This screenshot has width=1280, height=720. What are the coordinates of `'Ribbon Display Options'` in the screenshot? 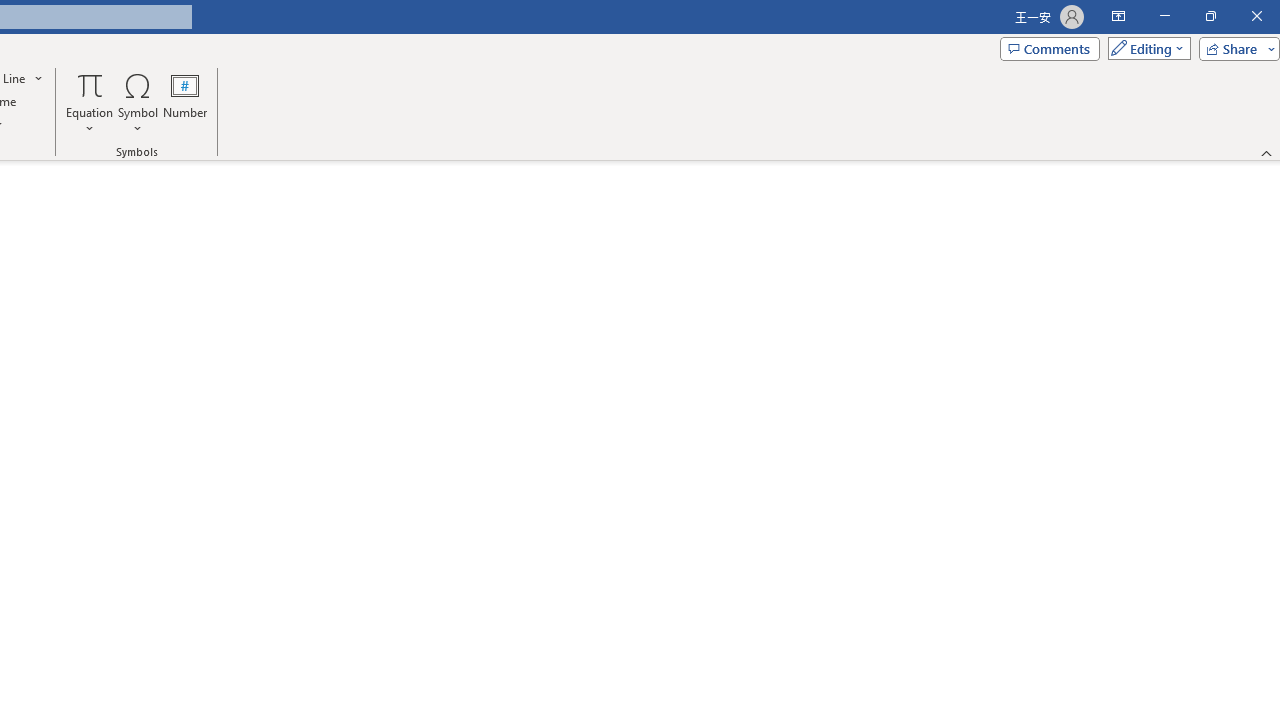 It's located at (1117, 16).